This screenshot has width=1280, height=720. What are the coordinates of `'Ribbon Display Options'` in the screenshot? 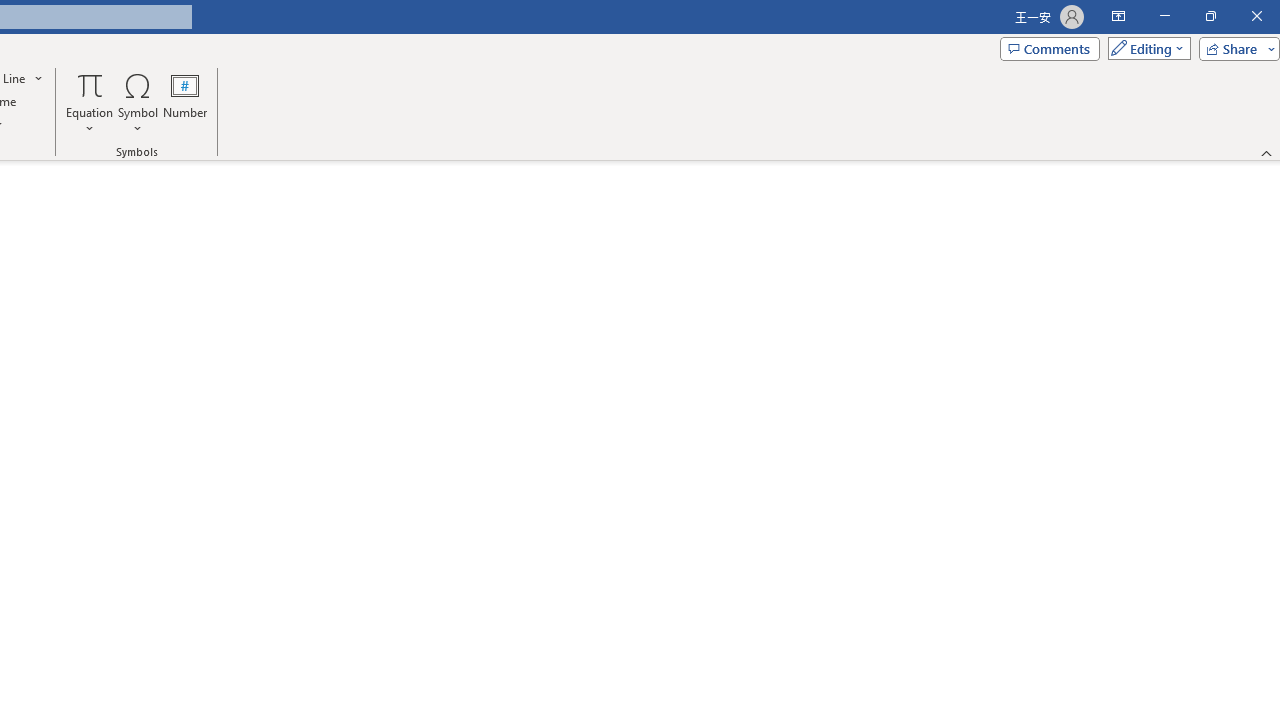 It's located at (1117, 16).